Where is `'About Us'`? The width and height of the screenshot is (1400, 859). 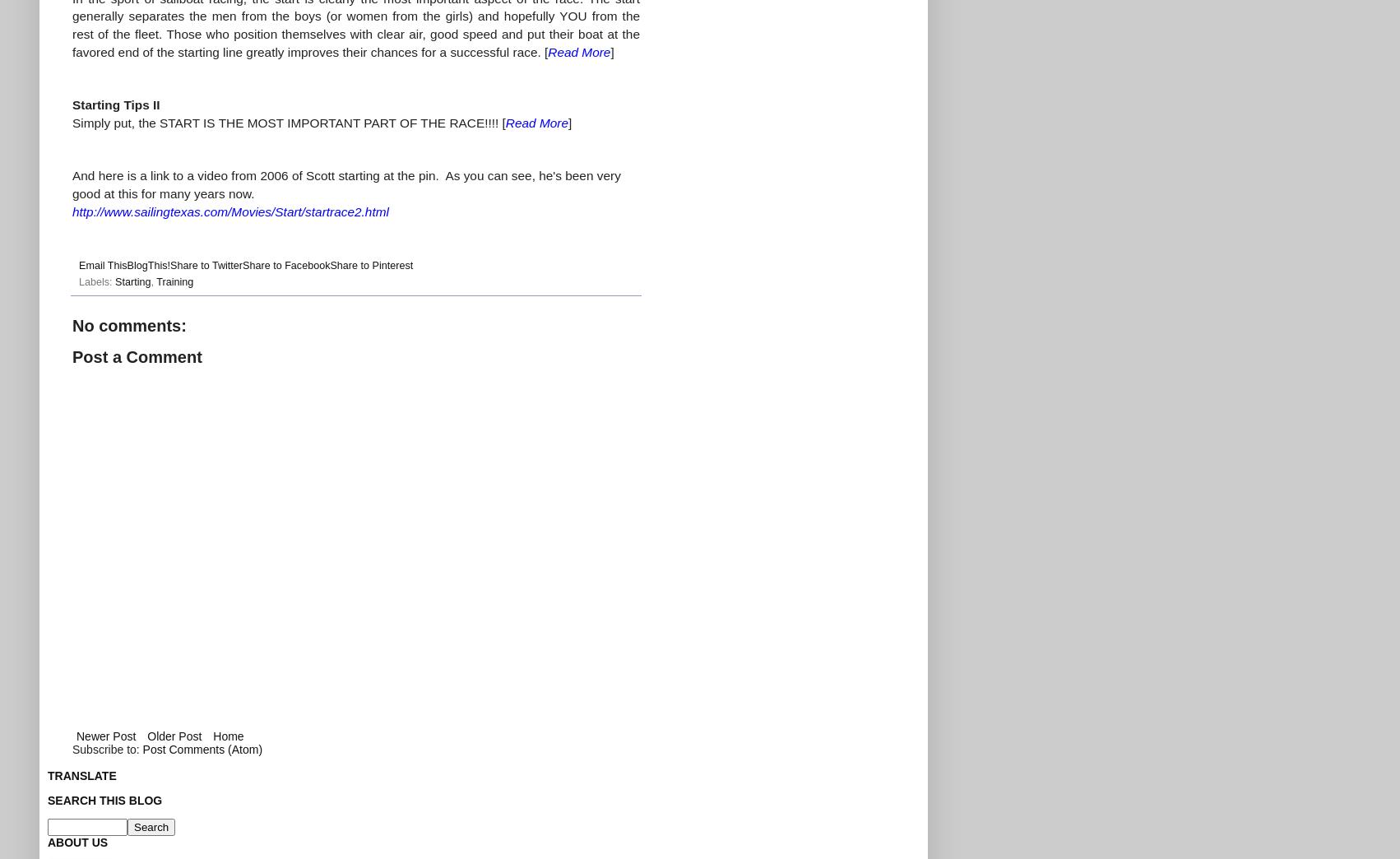 'About Us' is located at coordinates (48, 842).